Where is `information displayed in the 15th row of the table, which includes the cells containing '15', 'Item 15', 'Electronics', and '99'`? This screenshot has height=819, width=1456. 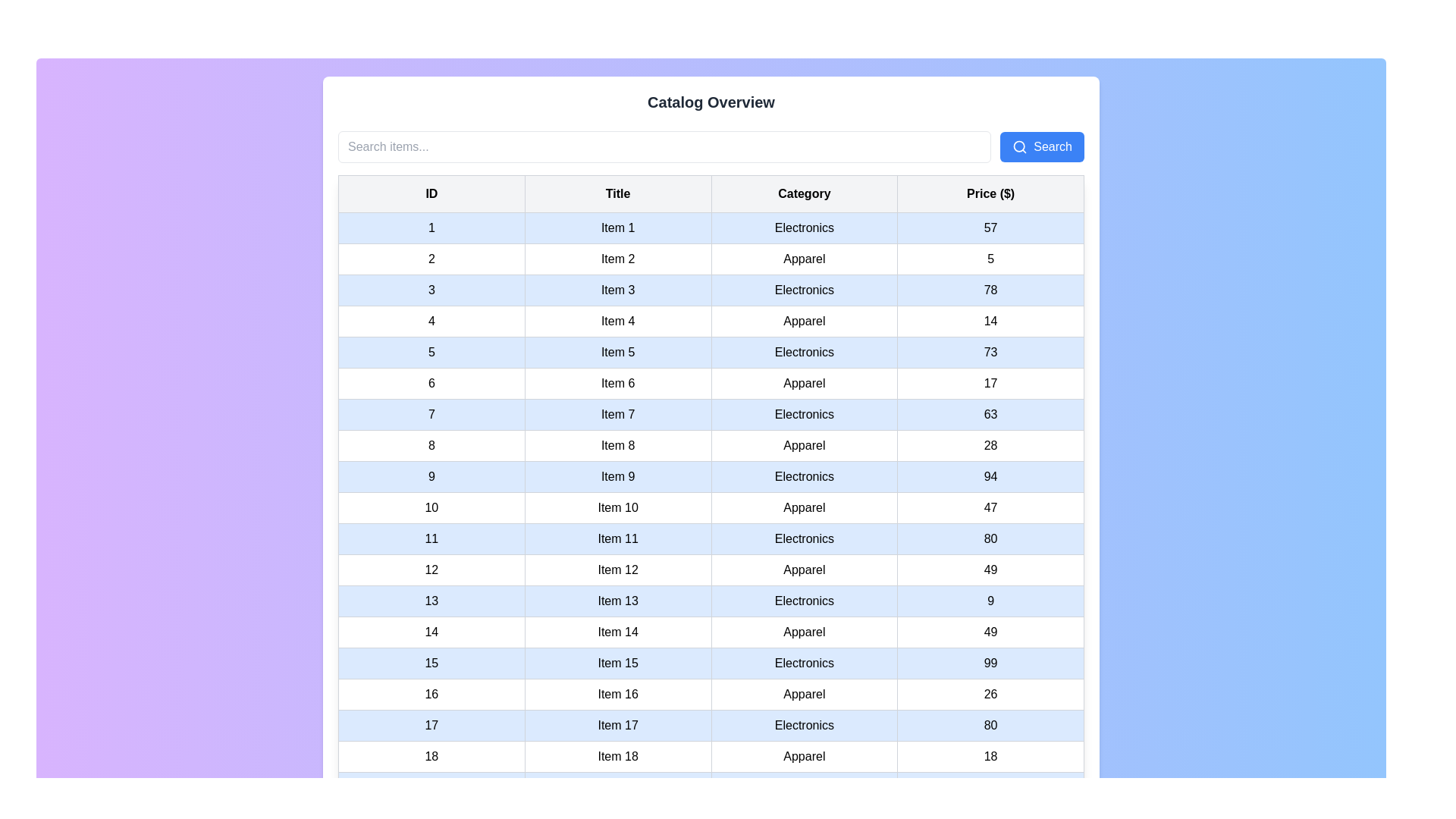
information displayed in the 15th row of the table, which includes the cells containing '15', 'Item 15', 'Electronics', and '99' is located at coordinates (710, 663).